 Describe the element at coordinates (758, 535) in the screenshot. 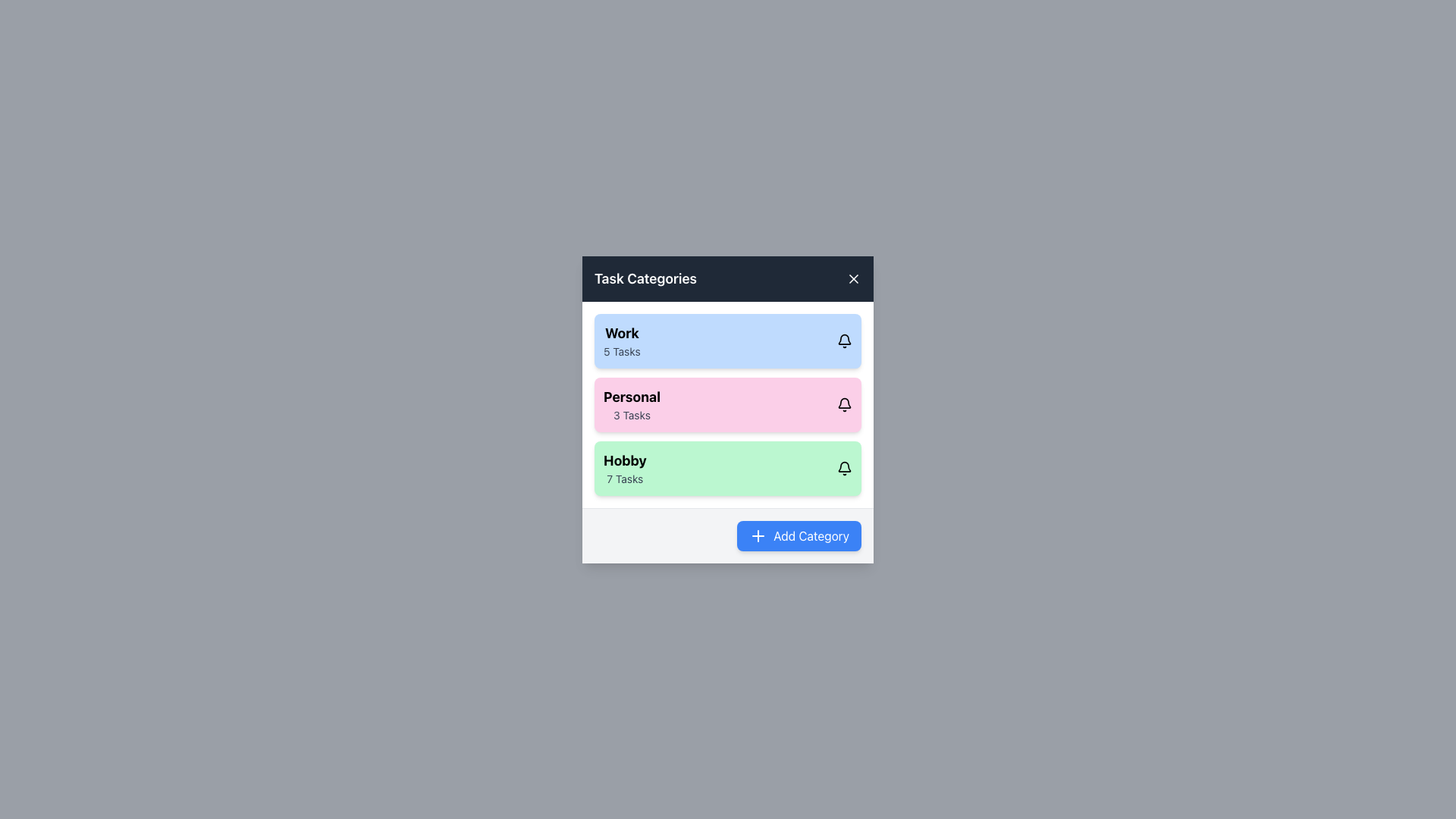

I see `the small plus icon within the blue button labeled 'Add Category' located at the lower-right corner of the 'Task Categories' modal` at that location.